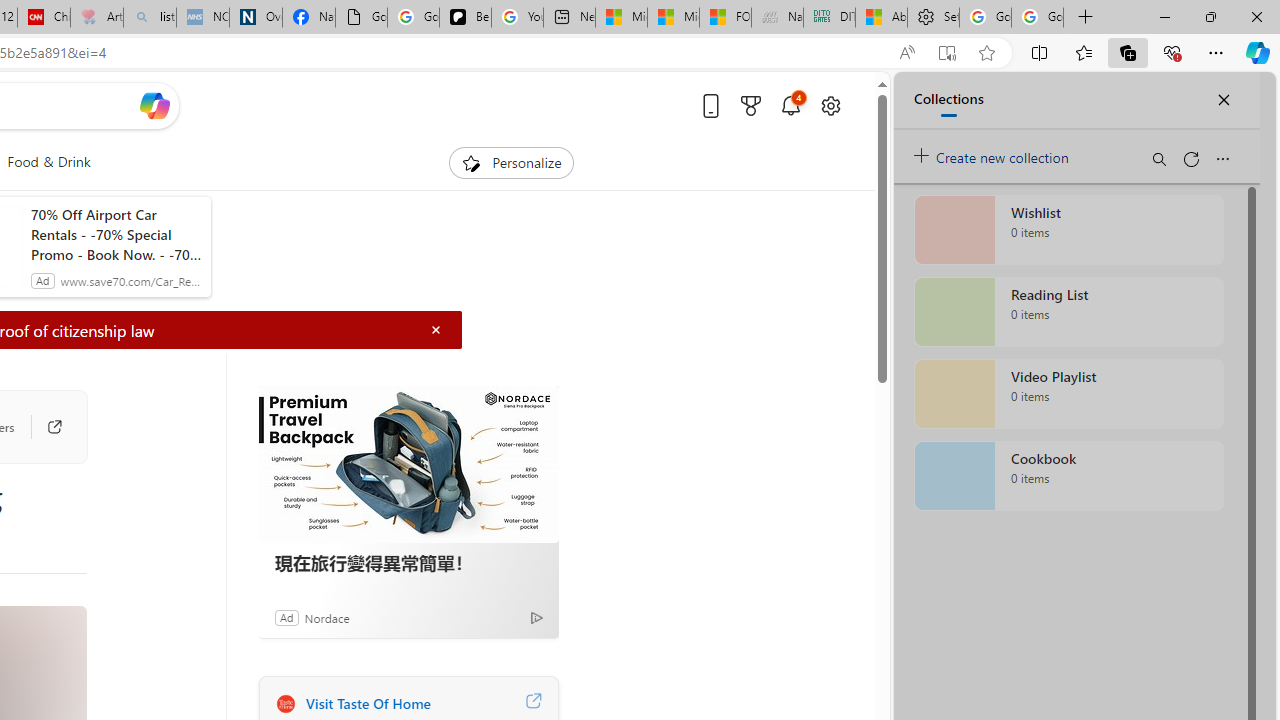 The width and height of the screenshot is (1280, 720). I want to click on 'To get missing image descriptions, open the context menu.', so click(470, 161).